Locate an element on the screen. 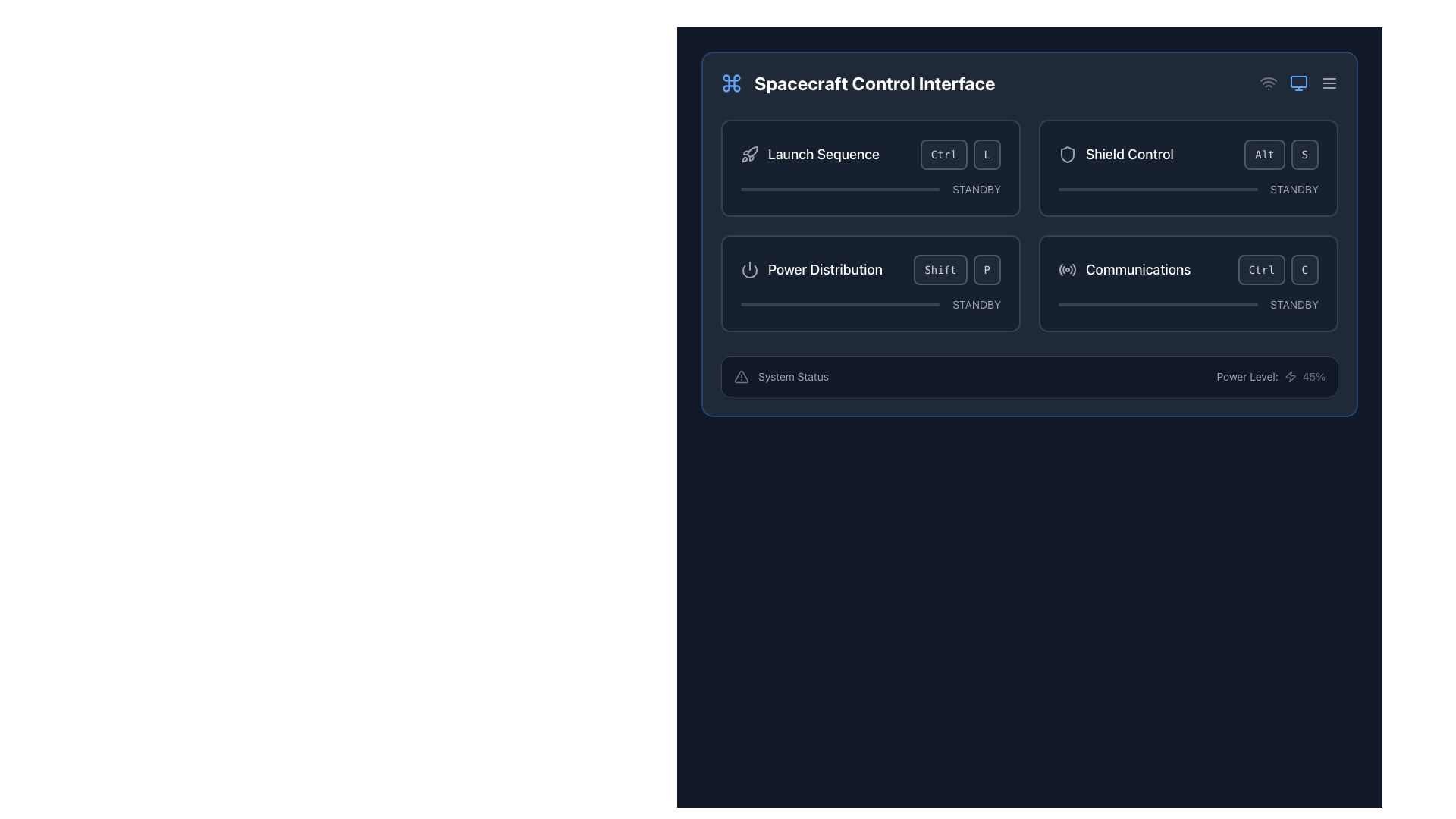  the Status Card indicating 'Communications' located in the lower-right corner of the grid layout is located at coordinates (1188, 284).